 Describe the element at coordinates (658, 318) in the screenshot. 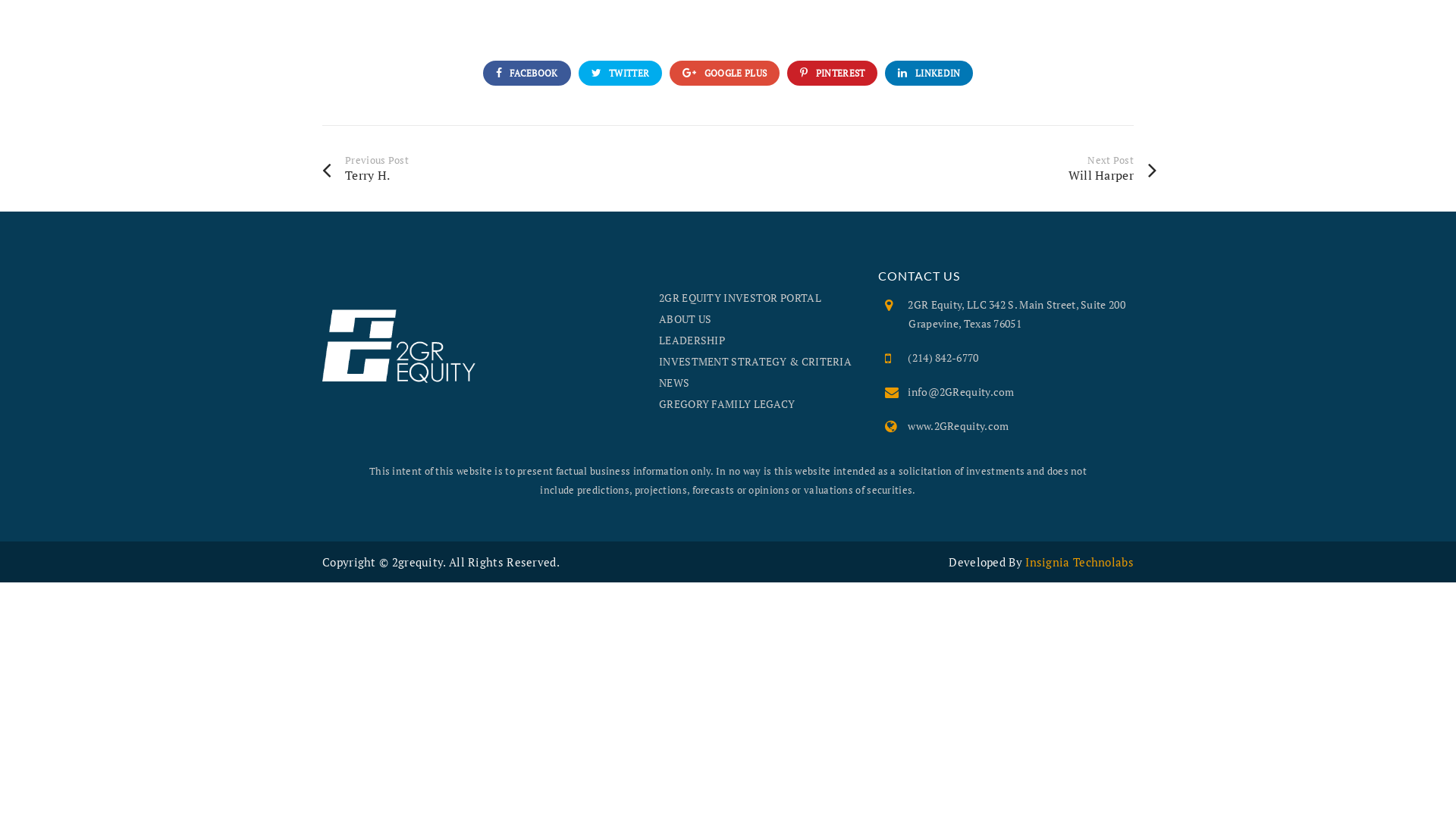

I see `'ABOUT US'` at that location.